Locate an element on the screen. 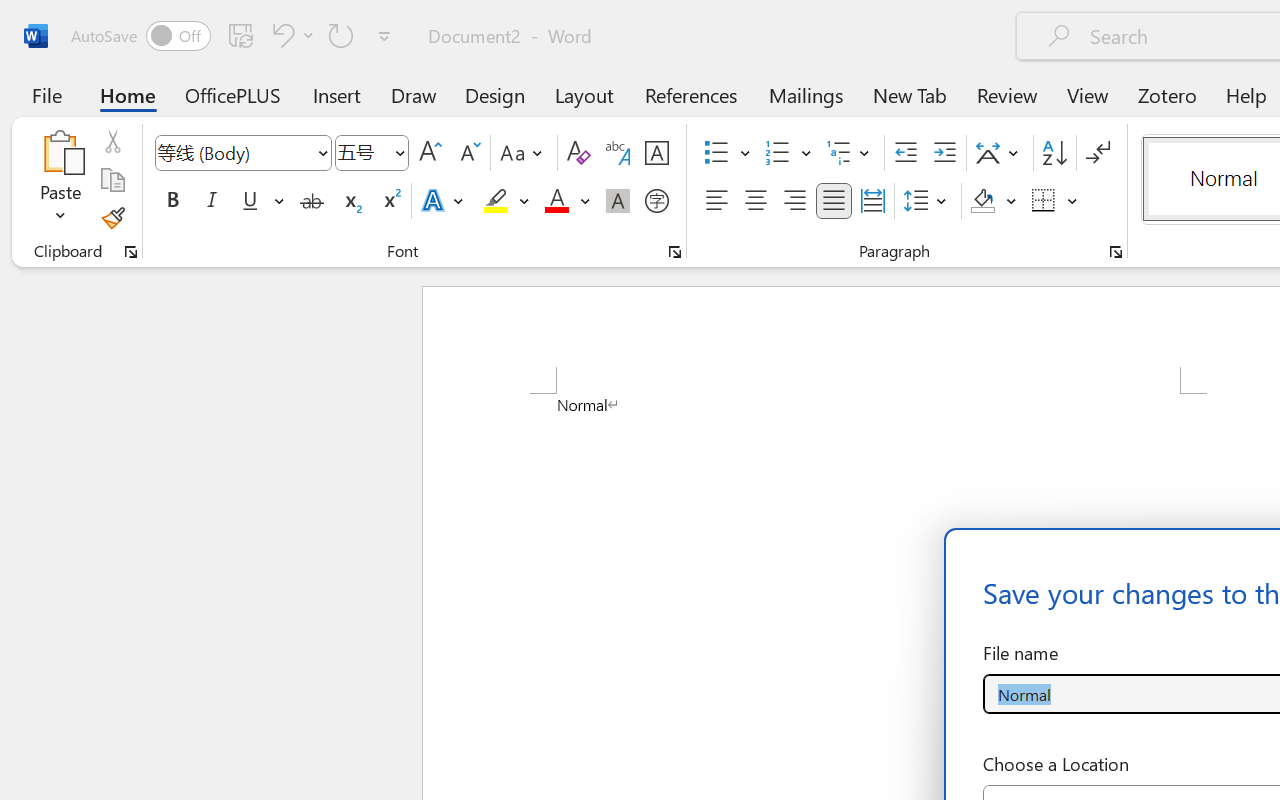 The height and width of the screenshot is (800, 1280). 'Enclose Characters...' is located at coordinates (656, 201).